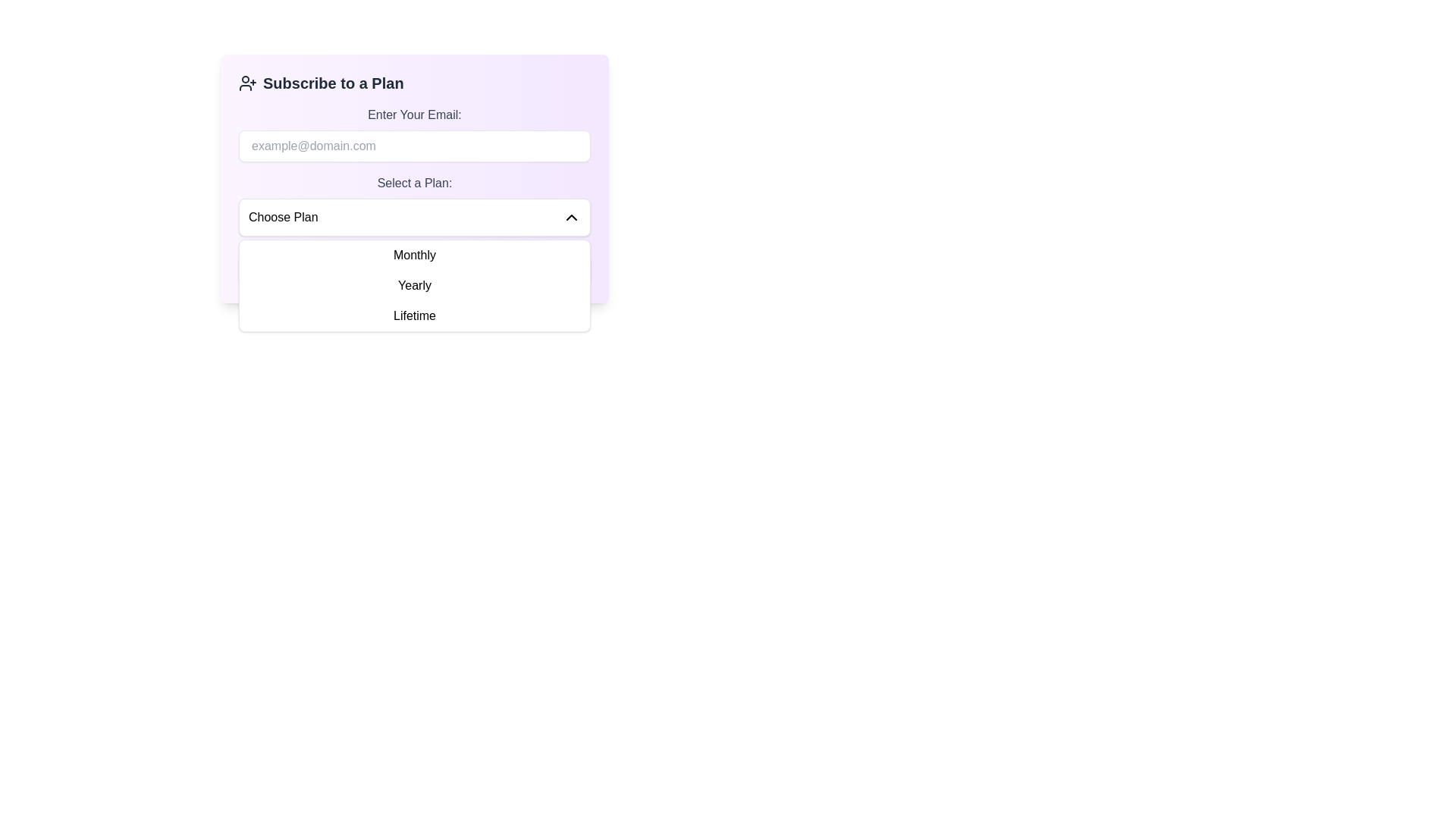 Image resolution: width=1456 pixels, height=819 pixels. I want to click on the 'Monthly' option in the dropdown menu, which is the first item labeled 'Monthly' in black text against a white background, so click(415, 254).